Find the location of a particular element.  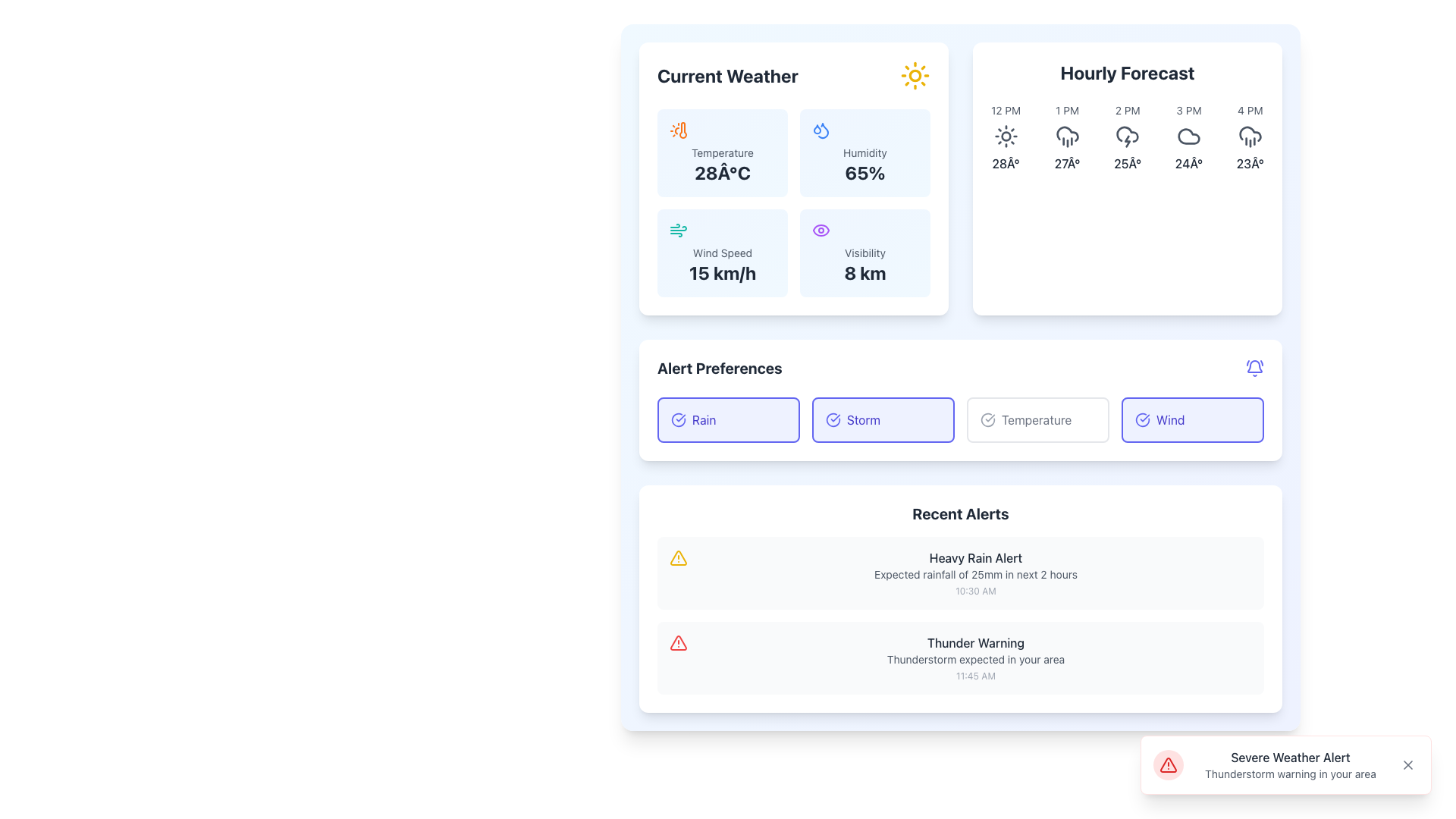

the indigo bell icon with ringing sound waves located in the 'Alert Preferences' section, to the far right of the title text 'Alert Preferences.' is located at coordinates (1255, 369).